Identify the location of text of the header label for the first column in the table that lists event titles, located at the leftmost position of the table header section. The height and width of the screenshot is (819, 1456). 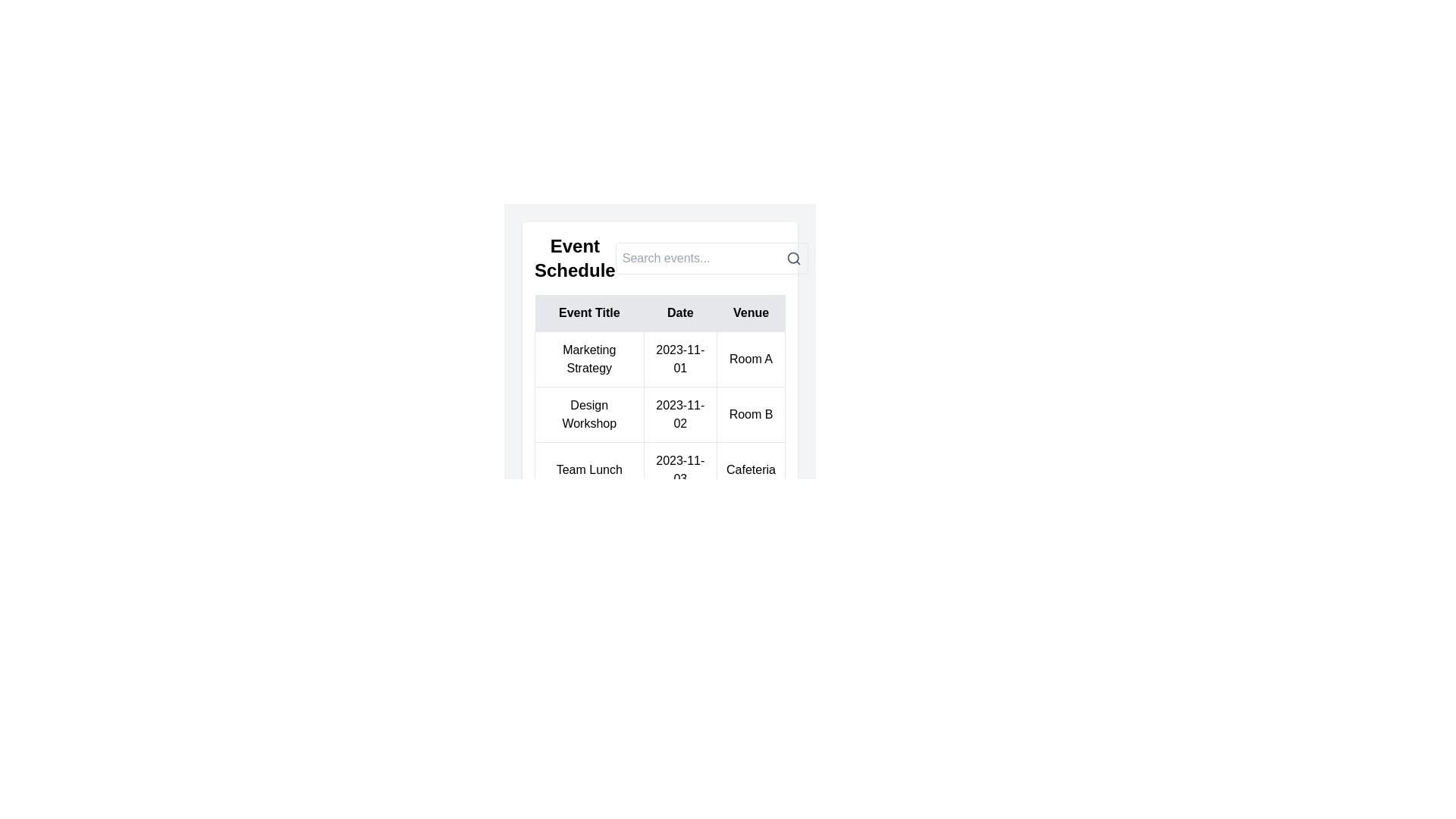
(588, 312).